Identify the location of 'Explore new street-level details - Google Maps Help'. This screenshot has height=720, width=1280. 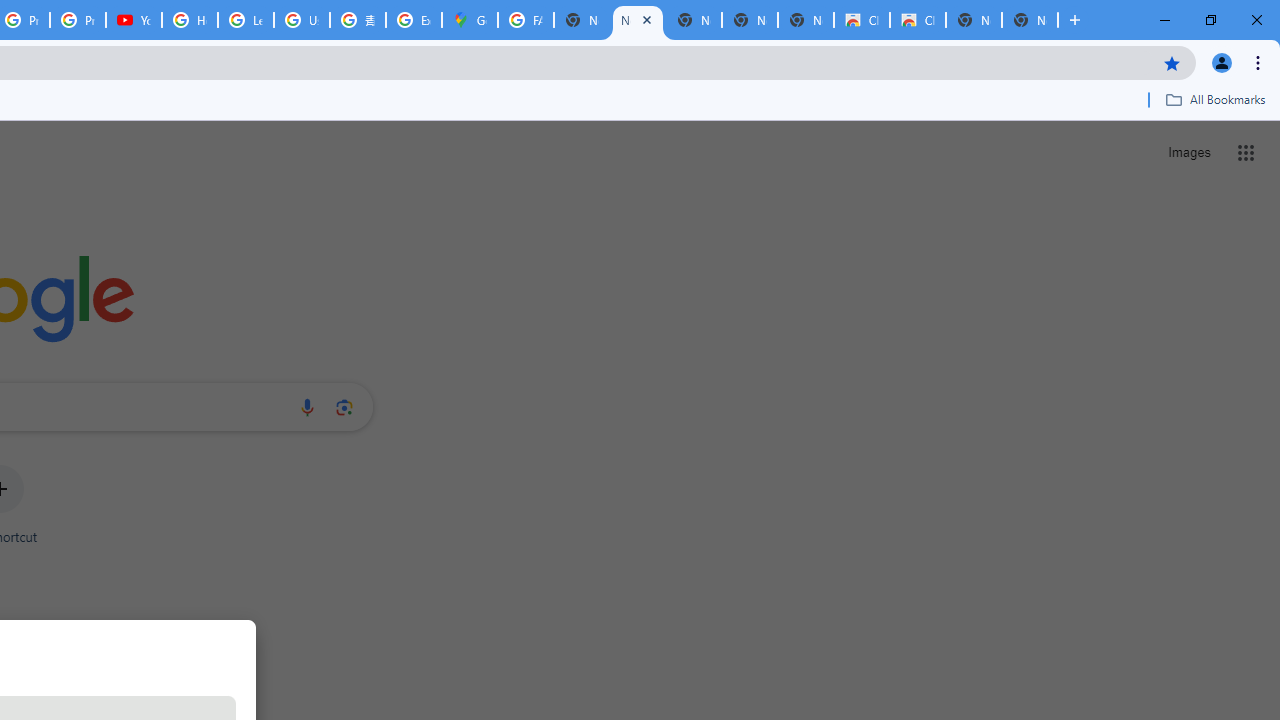
(413, 20).